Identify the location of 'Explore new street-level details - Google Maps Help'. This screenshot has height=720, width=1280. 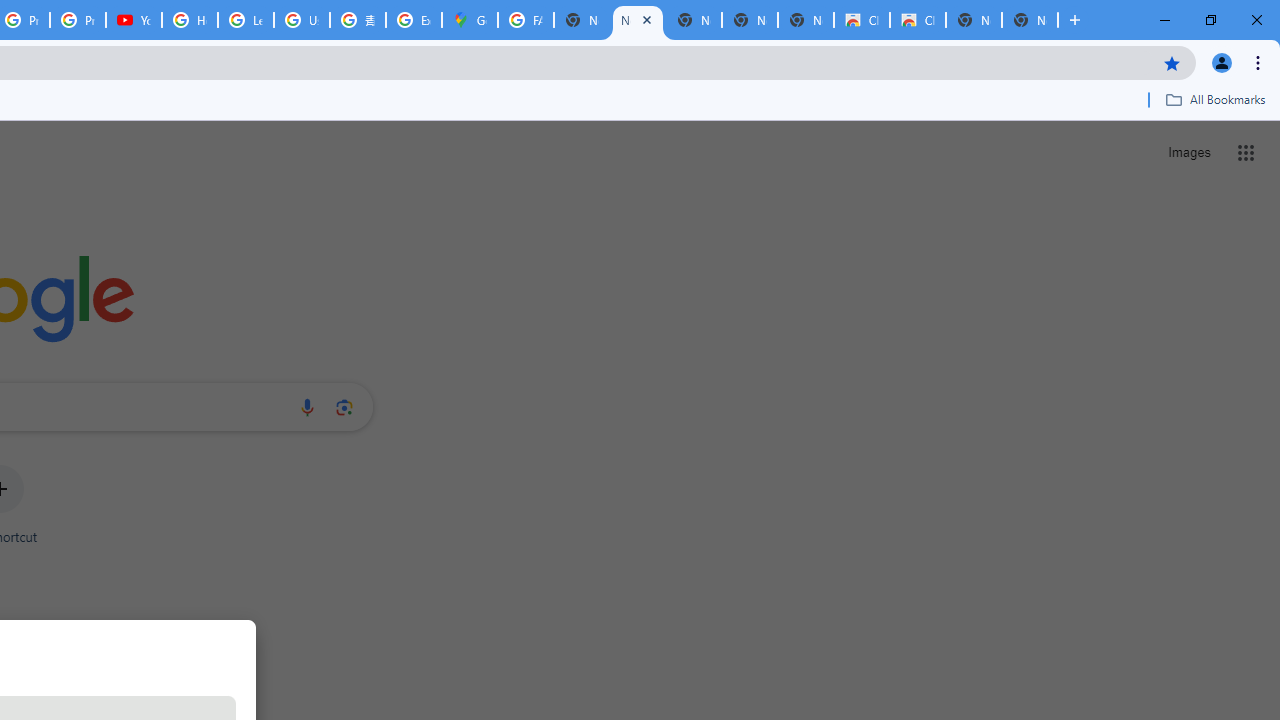
(413, 20).